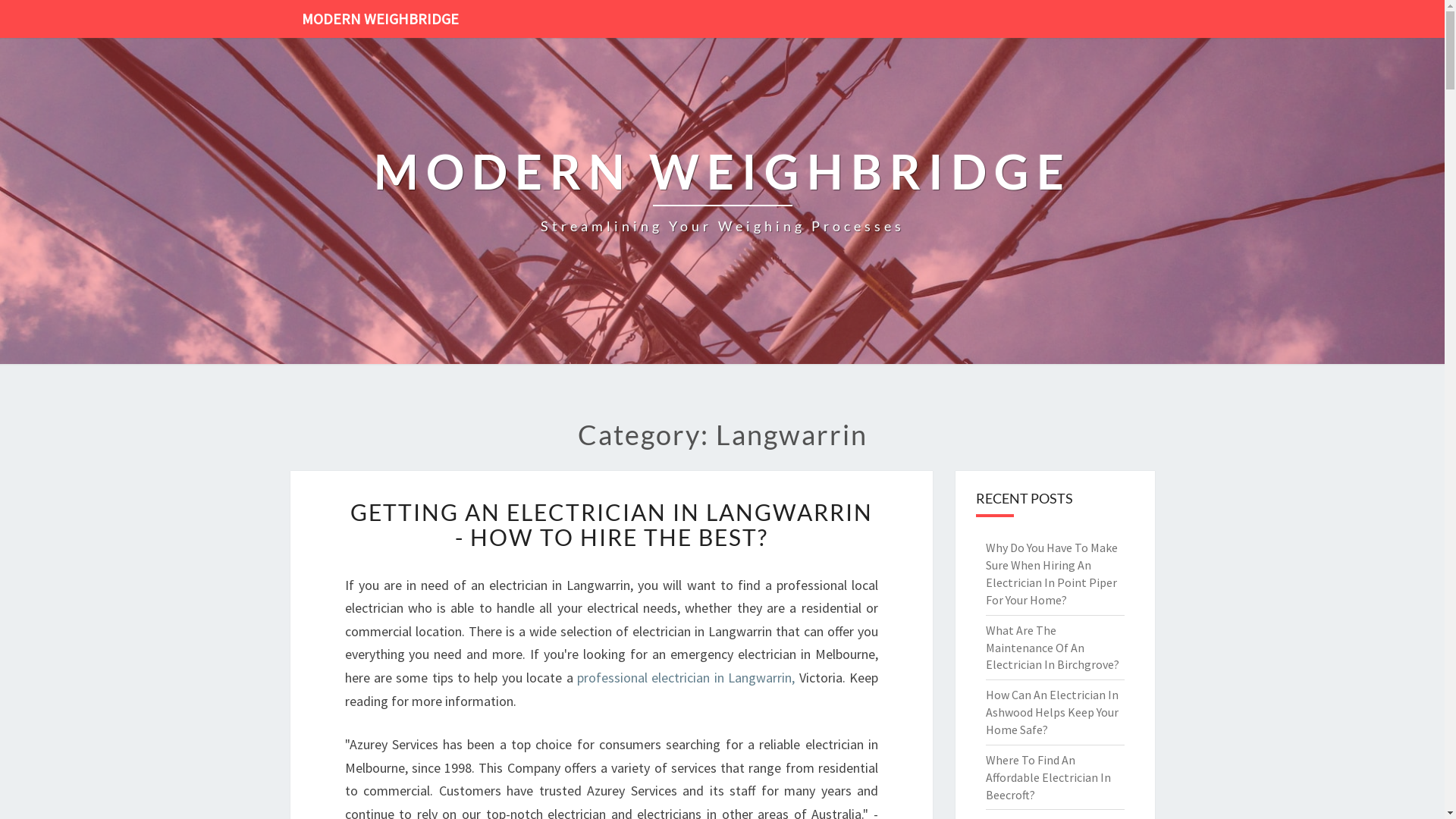 The width and height of the screenshot is (1456, 819). I want to click on 'How Can An Electrician In Ashwood Helps Keep Your Home Safe?', so click(1051, 711).